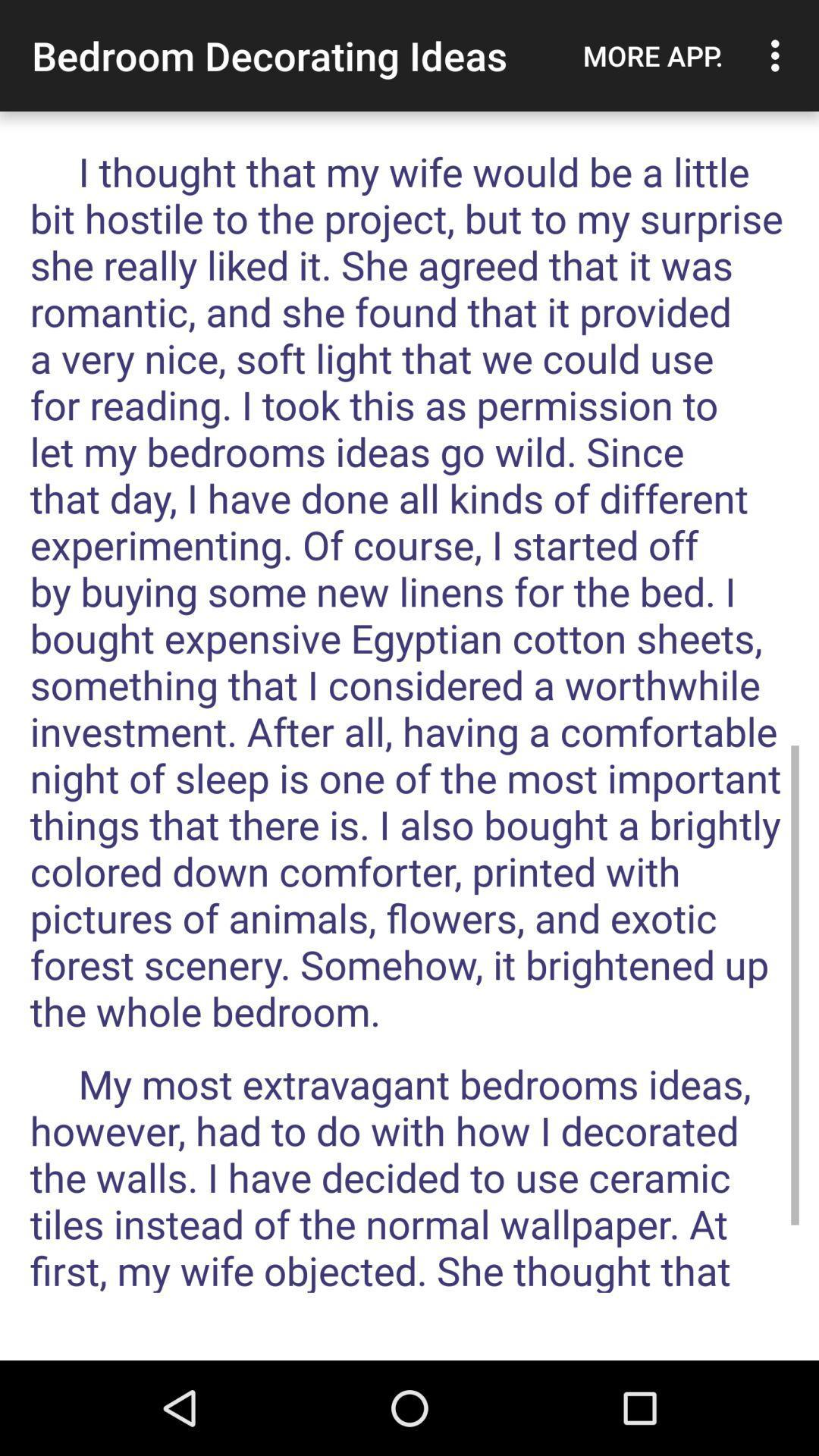 The height and width of the screenshot is (1456, 819). I want to click on more app. item, so click(652, 55).